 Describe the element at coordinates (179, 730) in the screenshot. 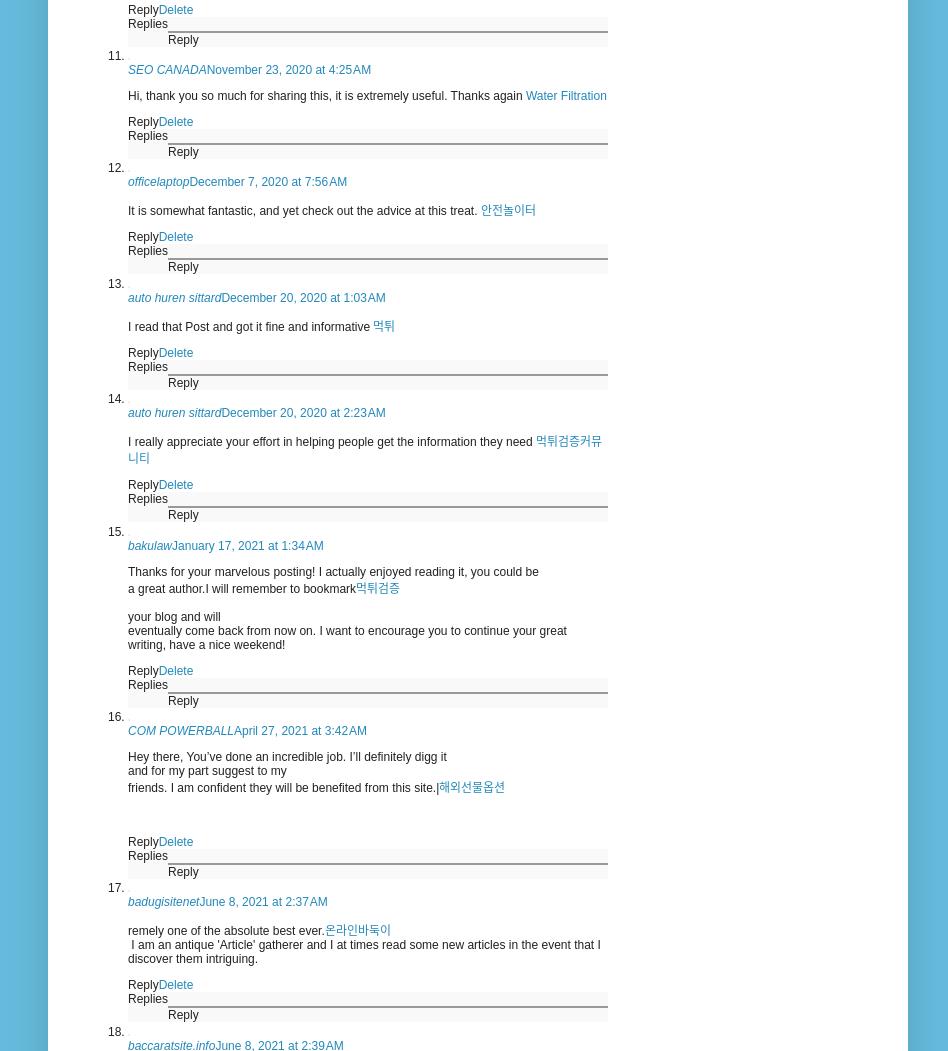

I see `'COM POWERBALL'` at that location.